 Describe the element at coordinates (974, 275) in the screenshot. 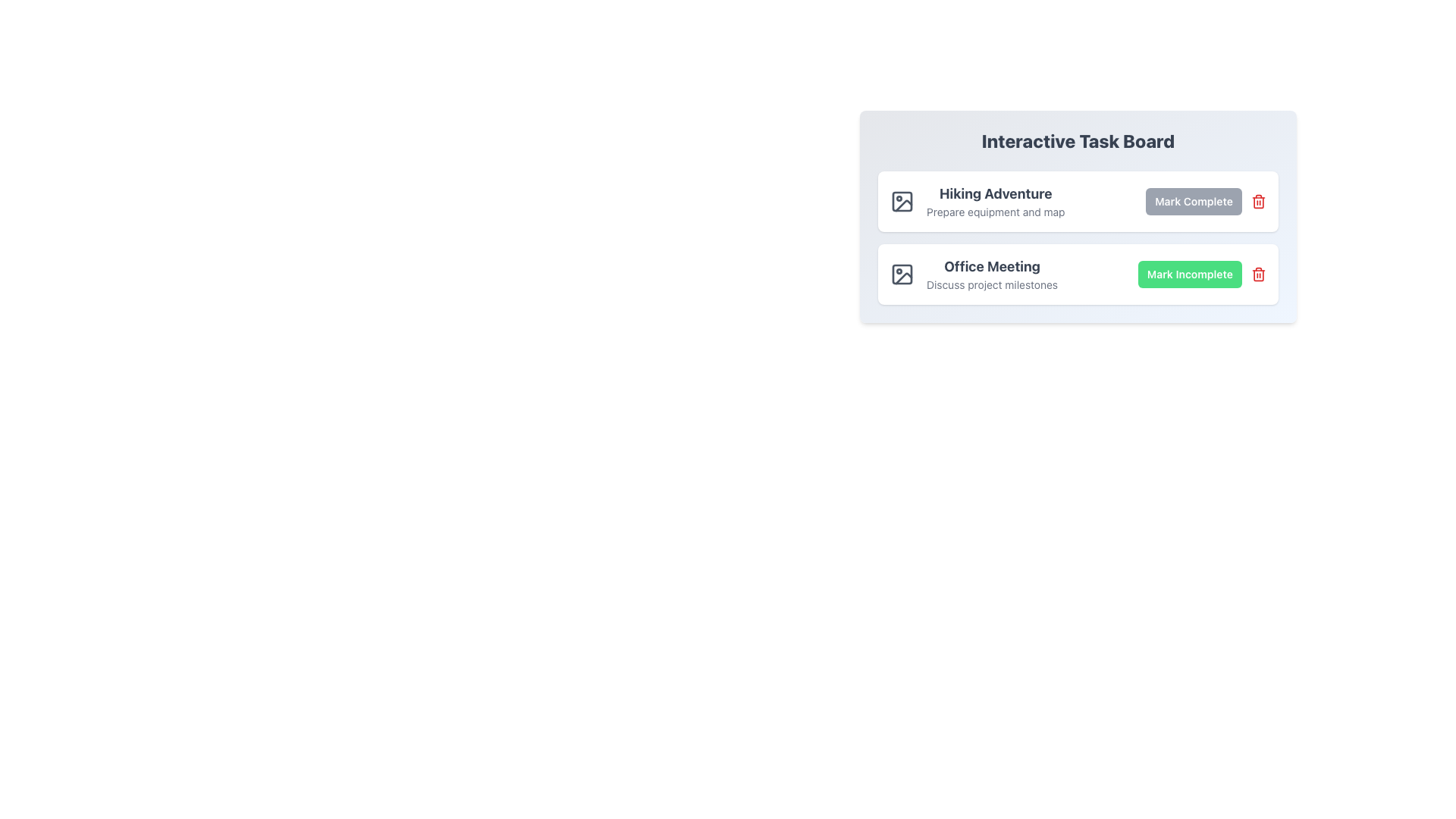

I see `the title and subtitle section labeled 'Office Meeting' with the subtitle 'Discuss project milestones' in the Interactive Task Board, located between the 'Hiking Adventure' item and the next content` at that location.